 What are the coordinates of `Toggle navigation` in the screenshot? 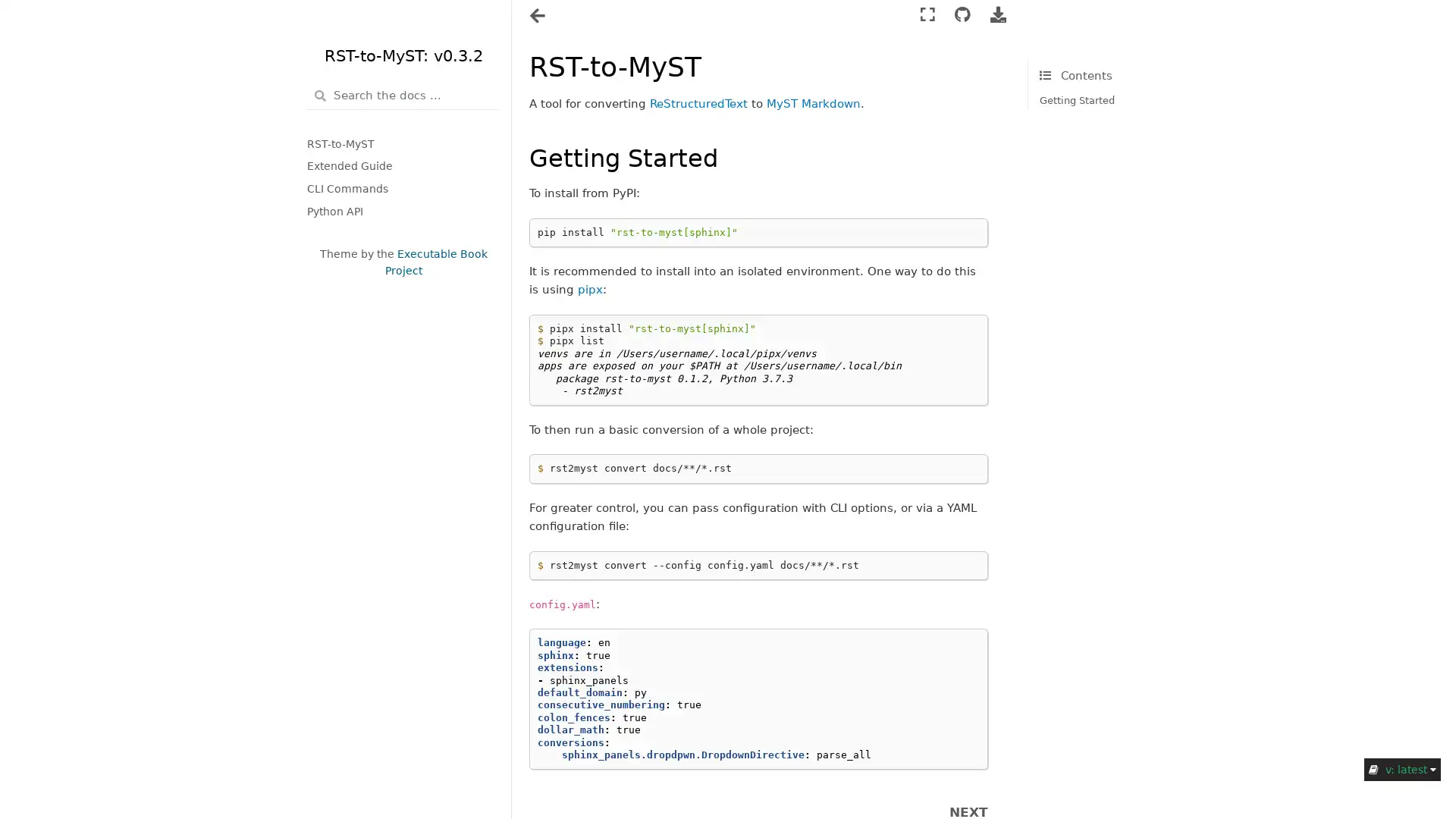 It's located at (538, 17).